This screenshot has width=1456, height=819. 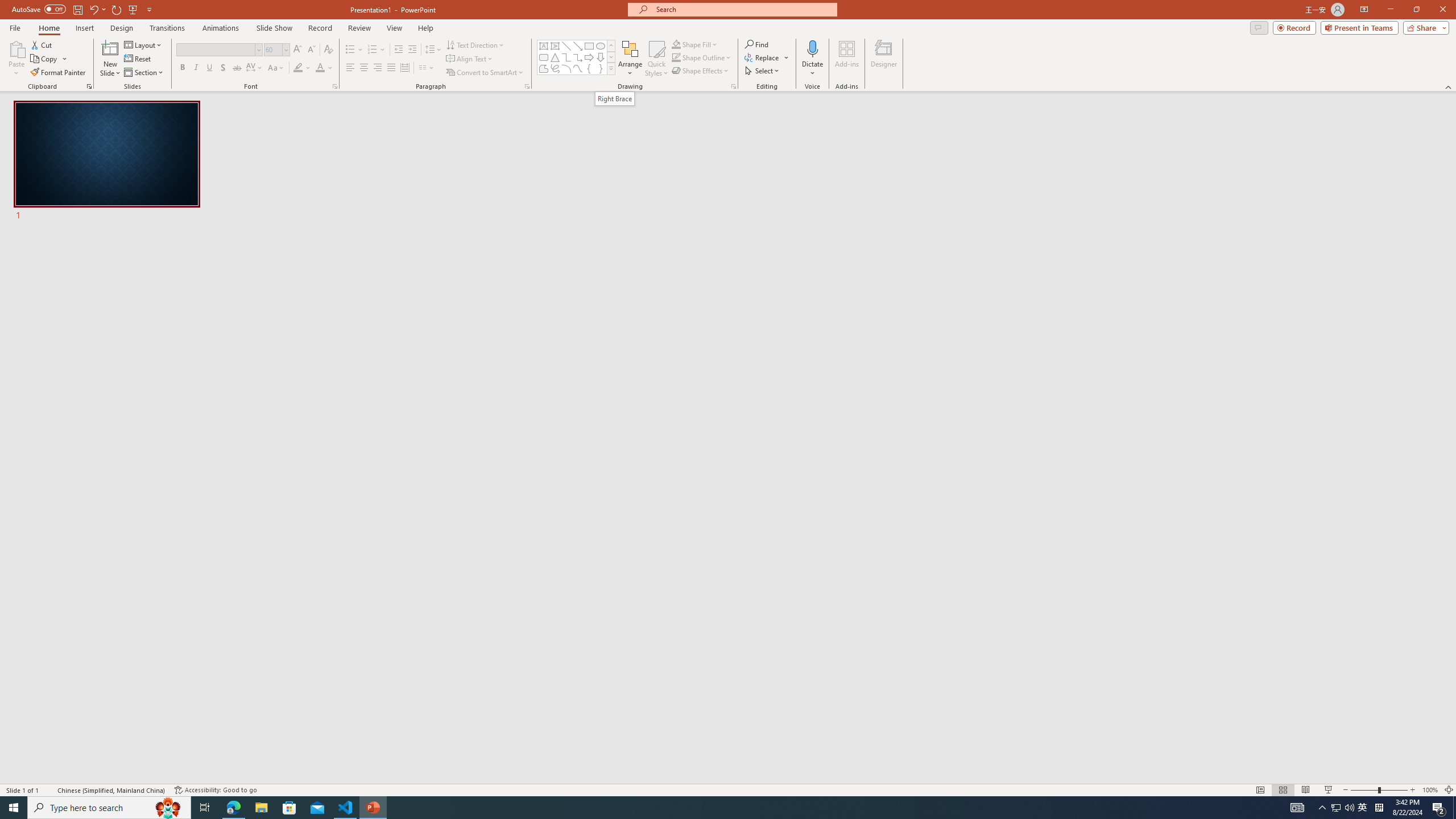 What do you see at coordinates (630, 59) in the screenshot?
I see `'Arrange'` at bounding box center [630, 59].